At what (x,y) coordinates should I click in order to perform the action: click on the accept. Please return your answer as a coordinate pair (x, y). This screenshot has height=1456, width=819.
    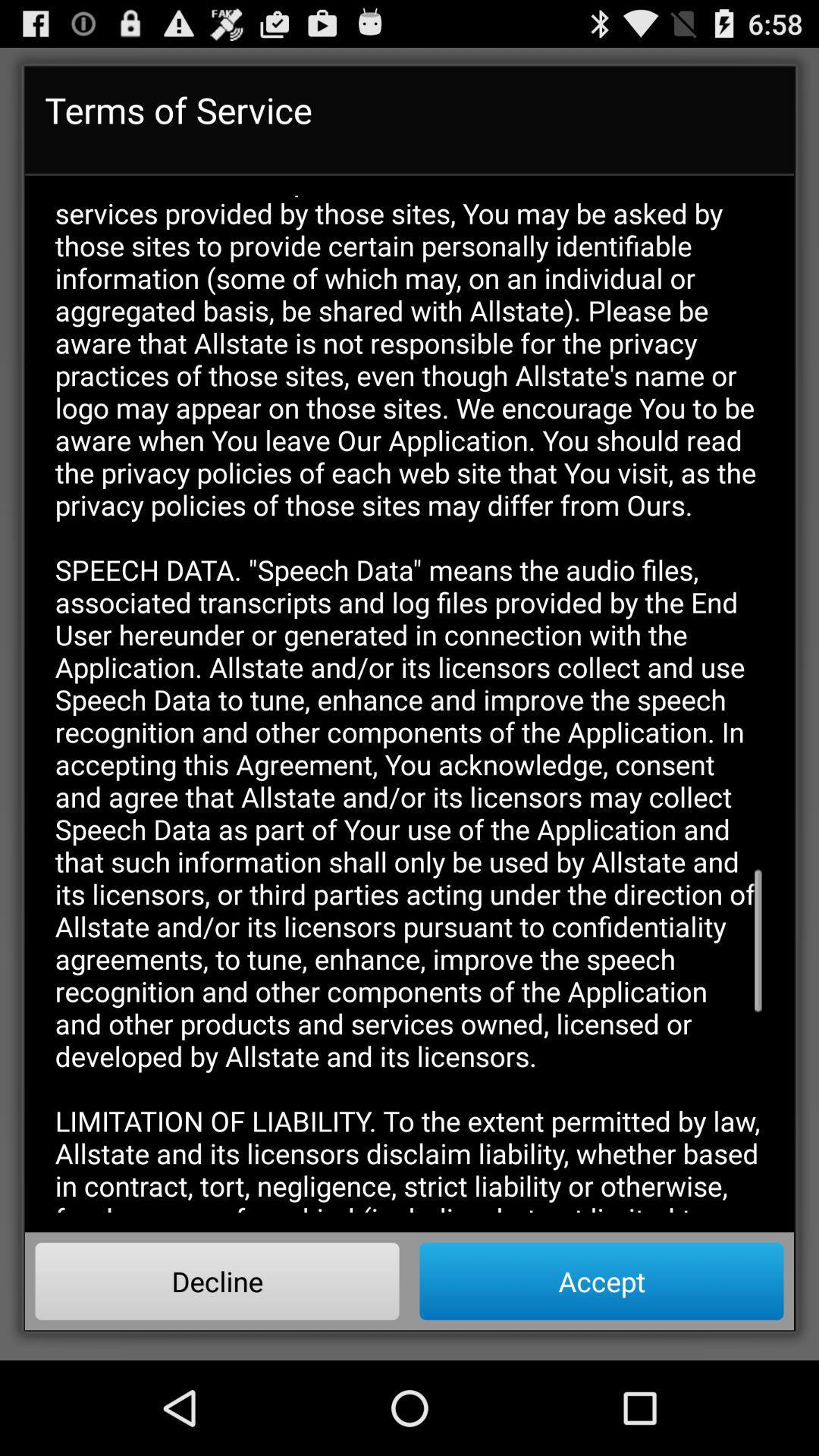
    Looking at the image, I should click on (601, 1280).